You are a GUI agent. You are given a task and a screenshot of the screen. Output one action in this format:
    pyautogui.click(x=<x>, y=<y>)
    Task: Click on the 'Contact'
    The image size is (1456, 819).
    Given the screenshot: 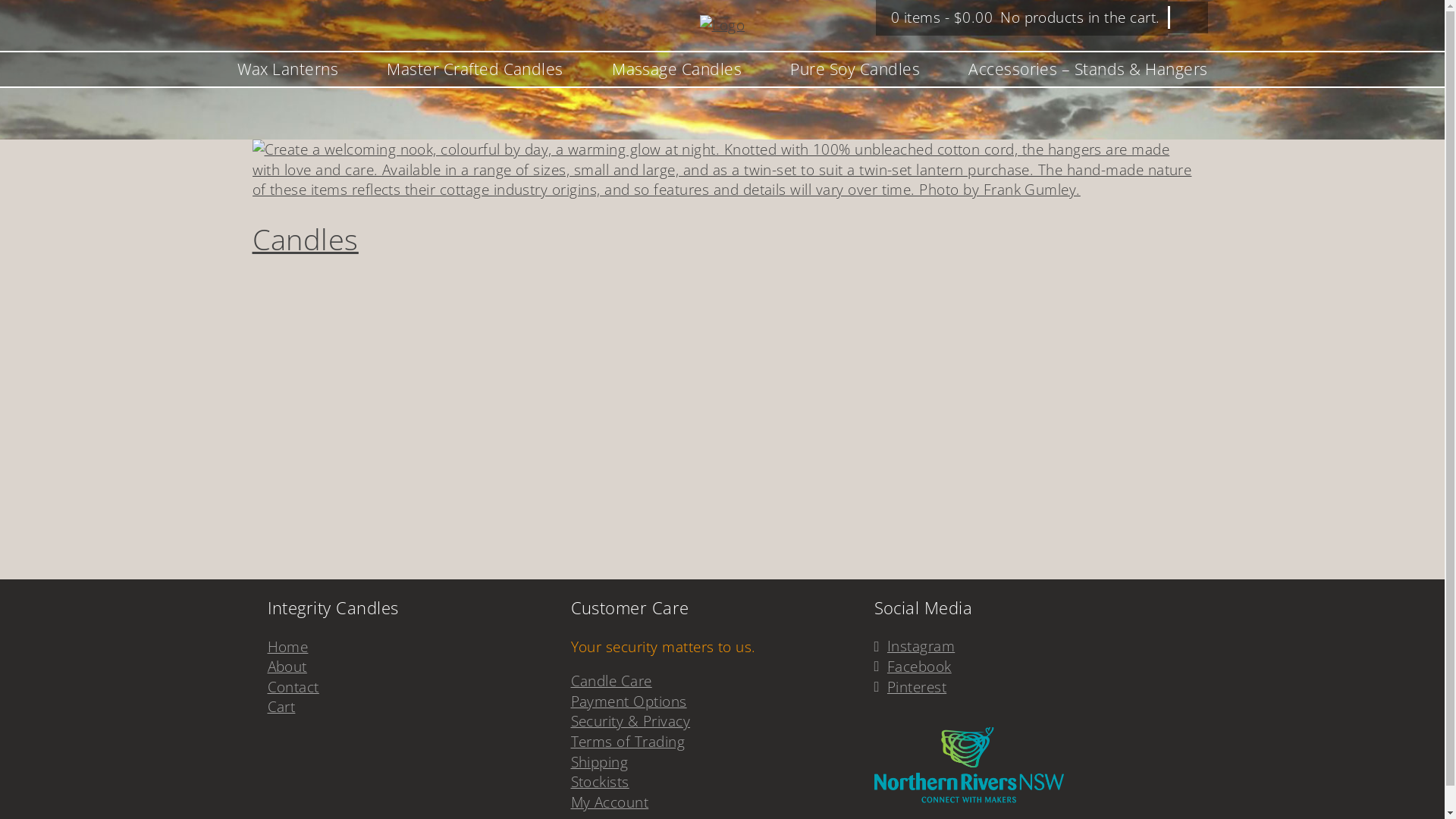 What is the action you would take?
    pyautogui.click(x=292, y=687)
    